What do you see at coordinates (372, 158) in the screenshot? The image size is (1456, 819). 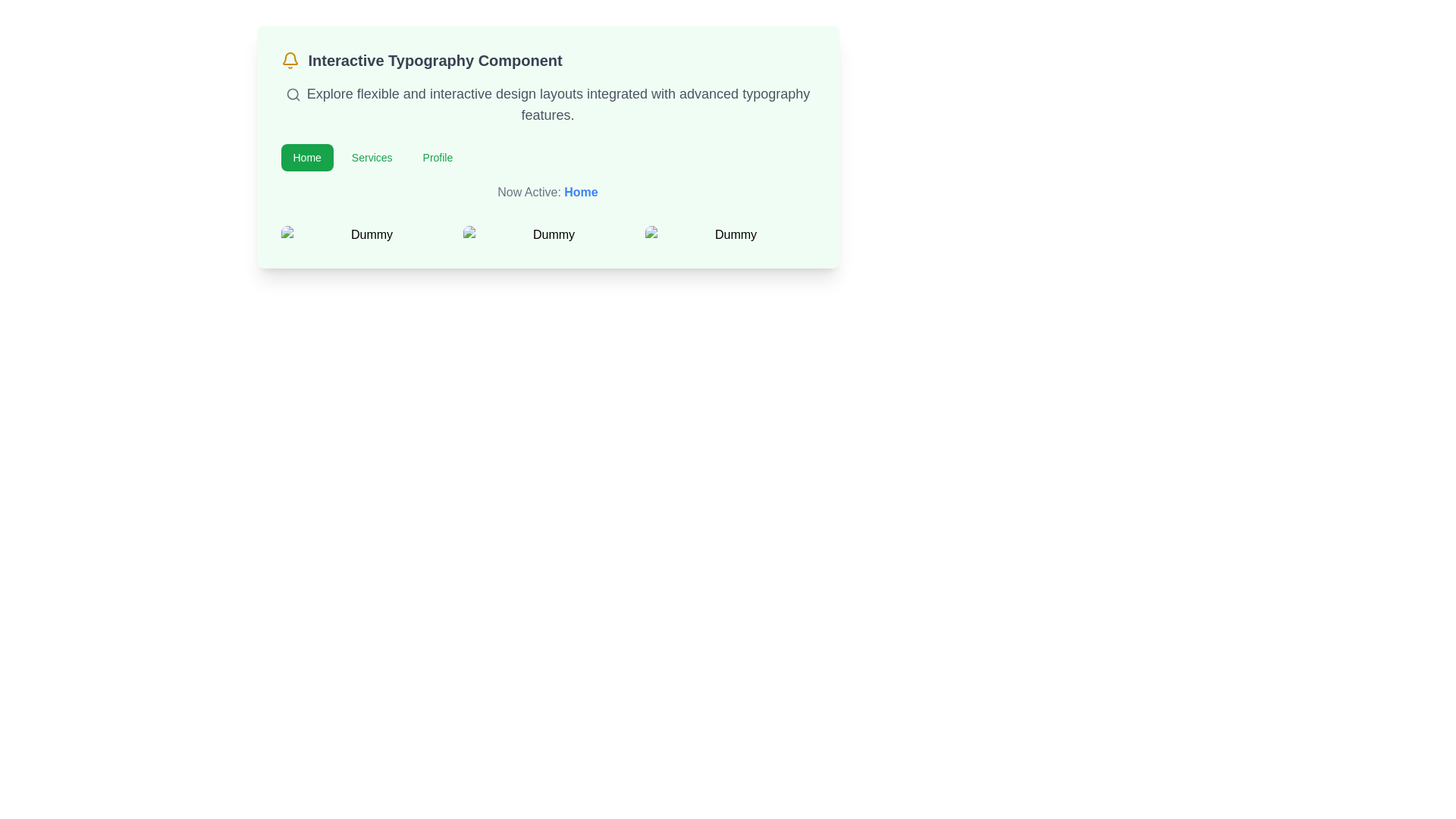 I see `the 'Services' button, which is the second button in a row of three buttons ('Home', 'Services', 'Profile'), to observe styling effects` at bounding box center [372, 158].